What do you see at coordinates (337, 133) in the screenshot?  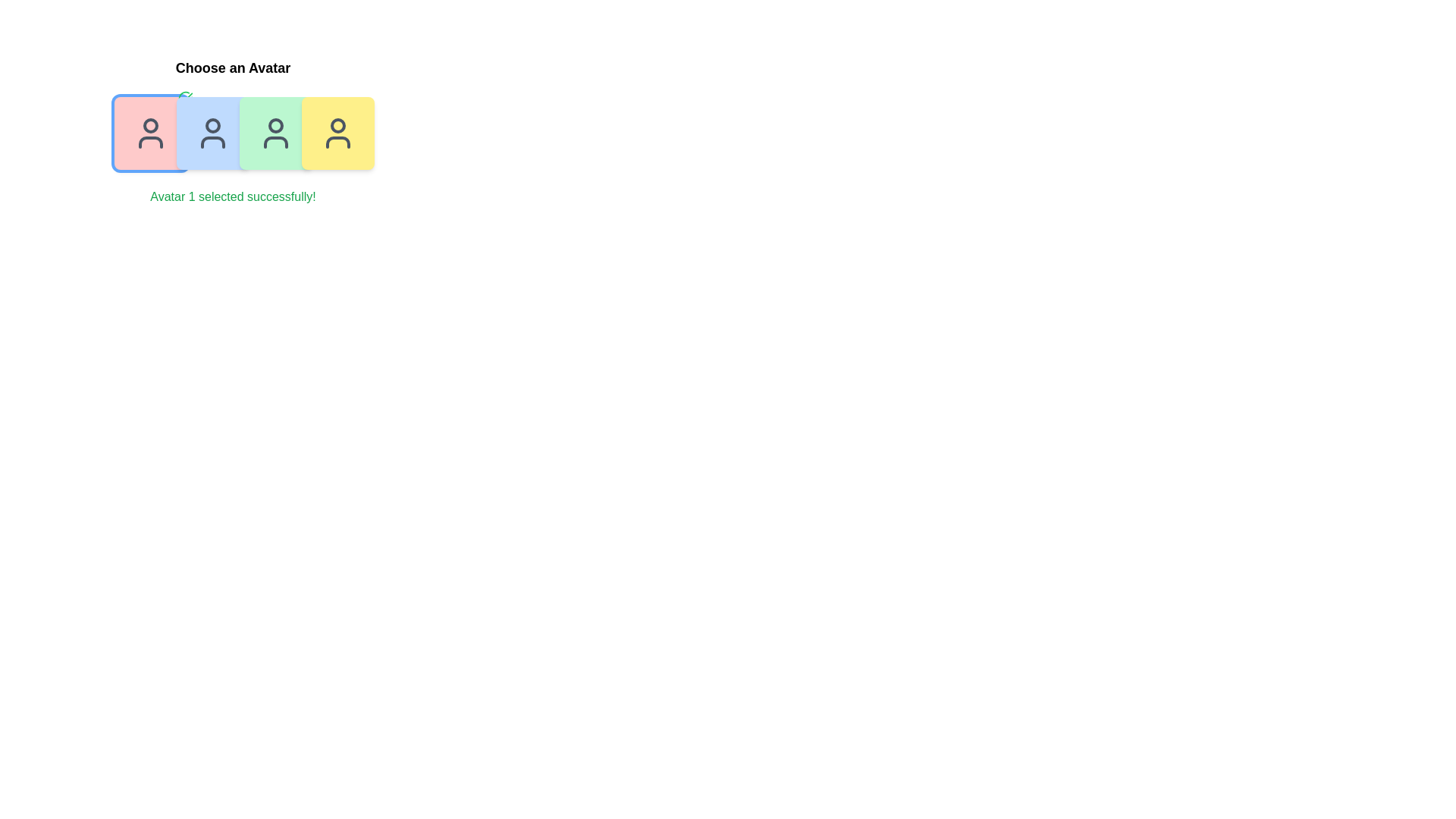 I see `the user silhouette icon within a yellow square` at bounding box center [337, 133].